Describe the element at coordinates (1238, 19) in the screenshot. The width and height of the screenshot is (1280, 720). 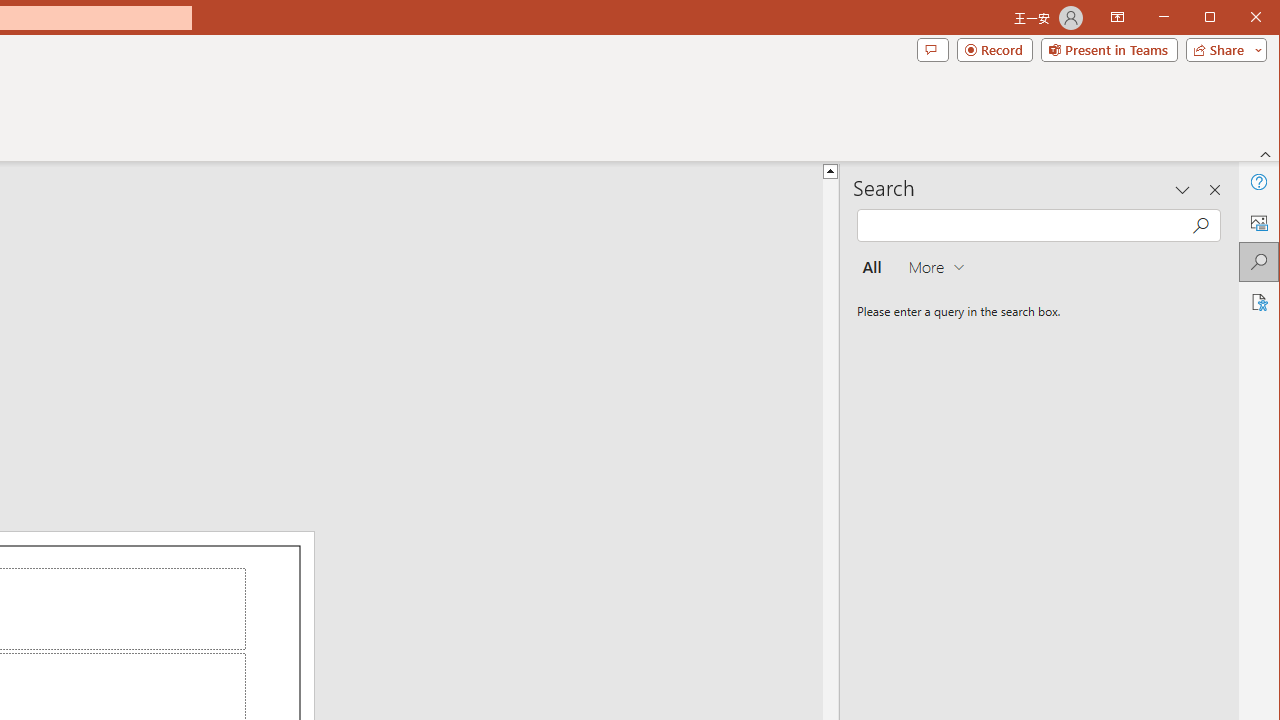
I see `'Maximize'` at that location.